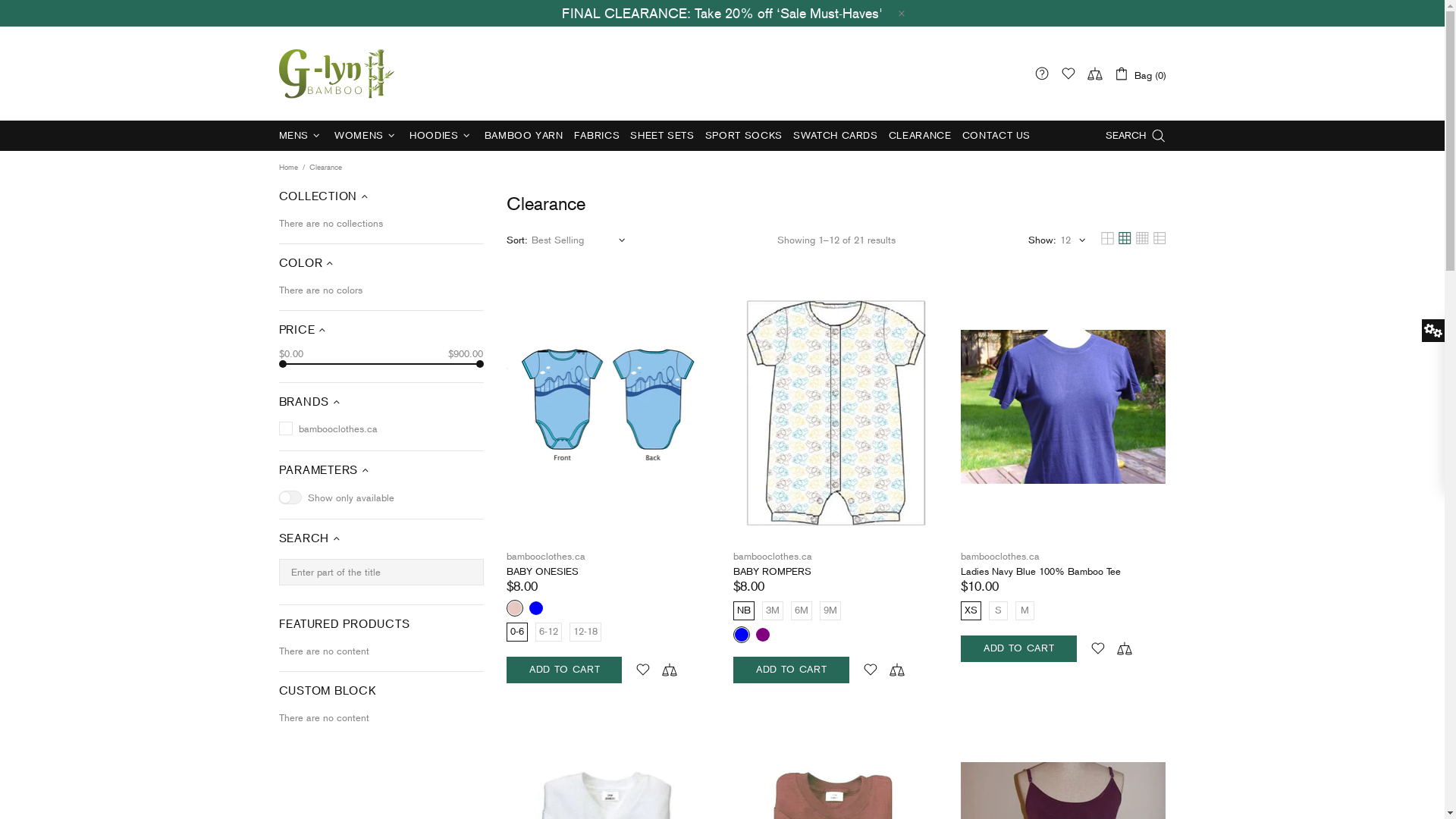  I want to click on 'SWATCH CARDS', so click(835, 134).